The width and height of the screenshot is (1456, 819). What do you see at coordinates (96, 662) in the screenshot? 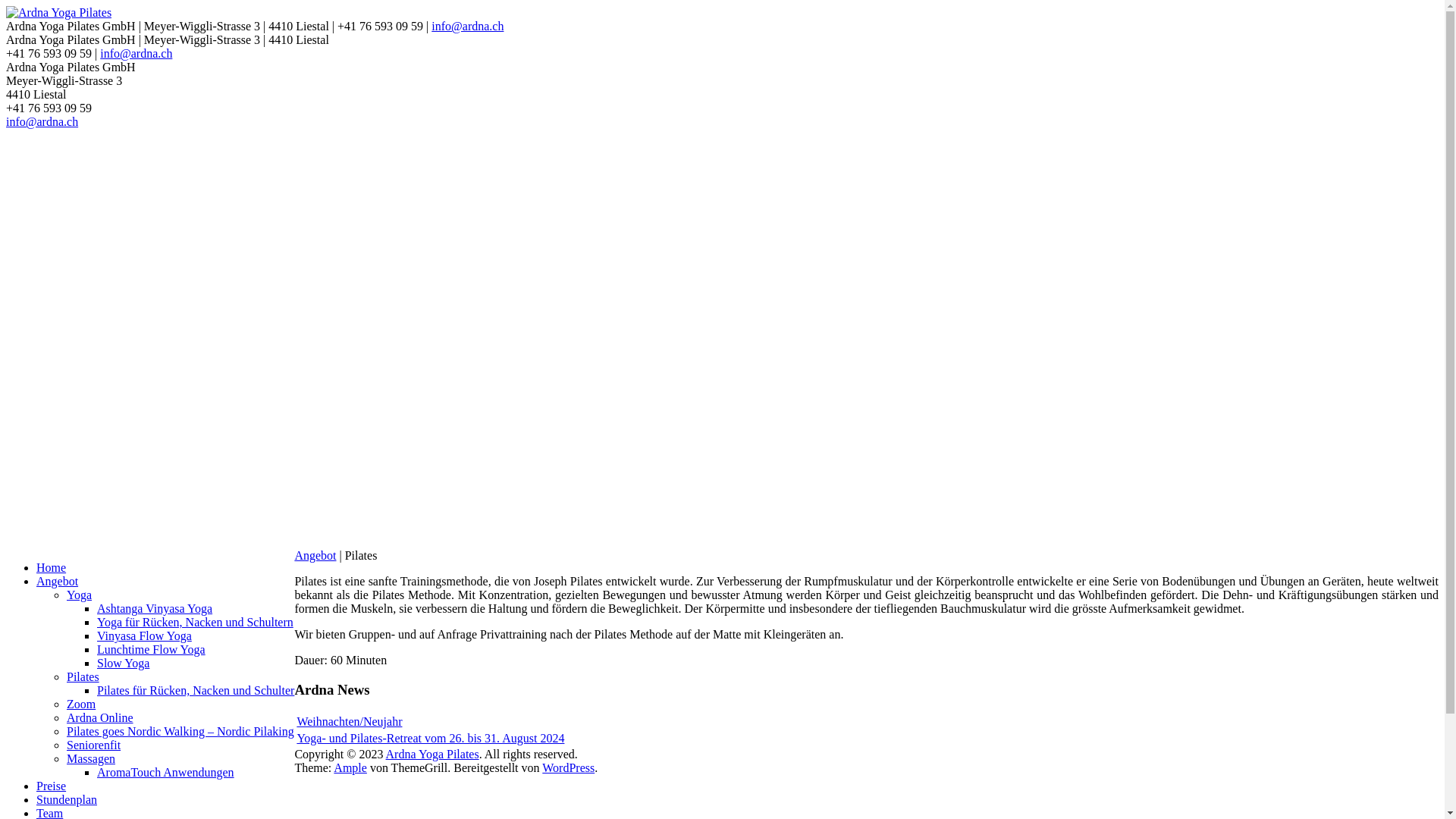
I see `'Slow Yoga'` at bounding box center [96, 662].